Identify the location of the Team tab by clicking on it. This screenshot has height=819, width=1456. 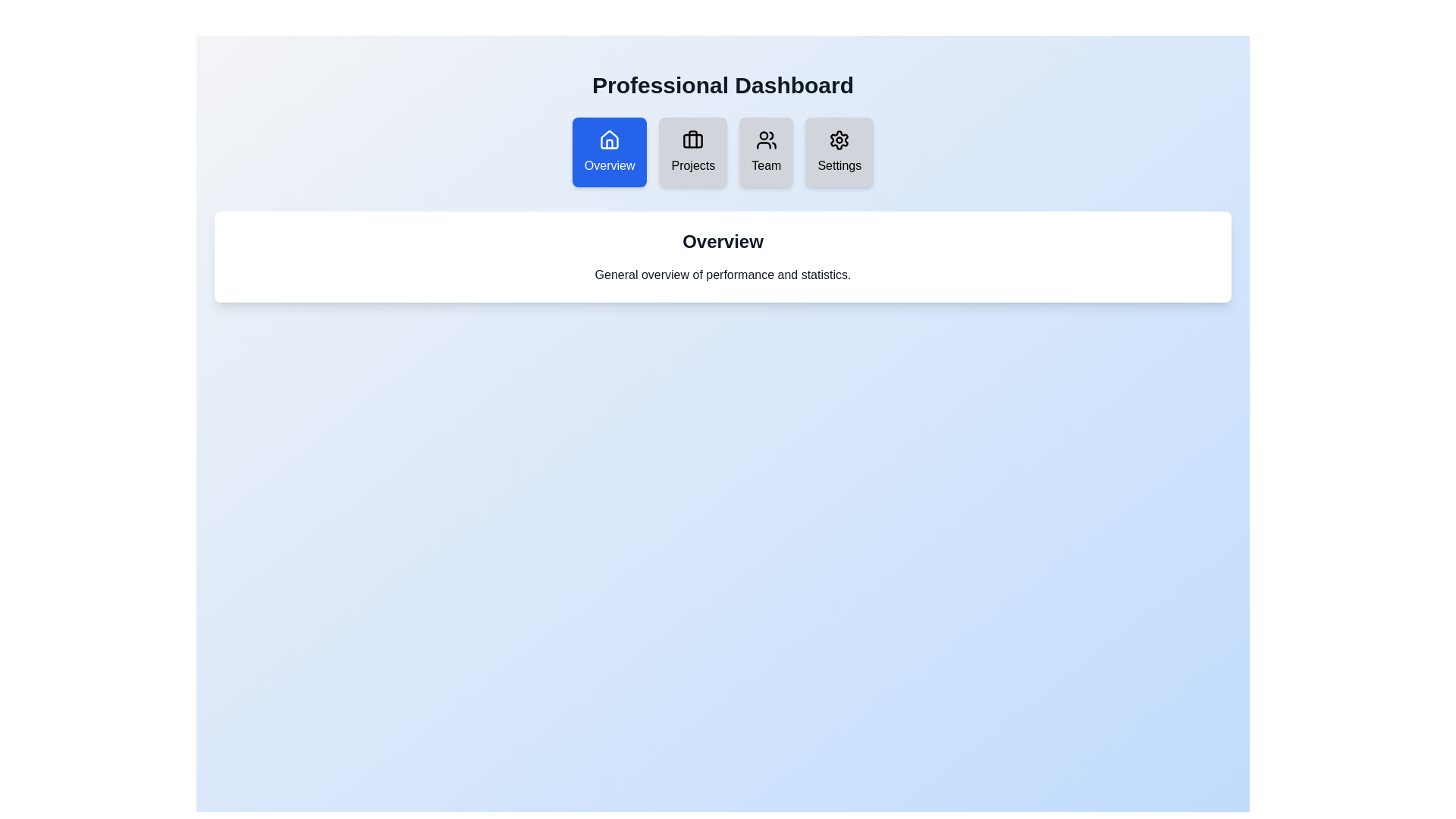
(766, 152).